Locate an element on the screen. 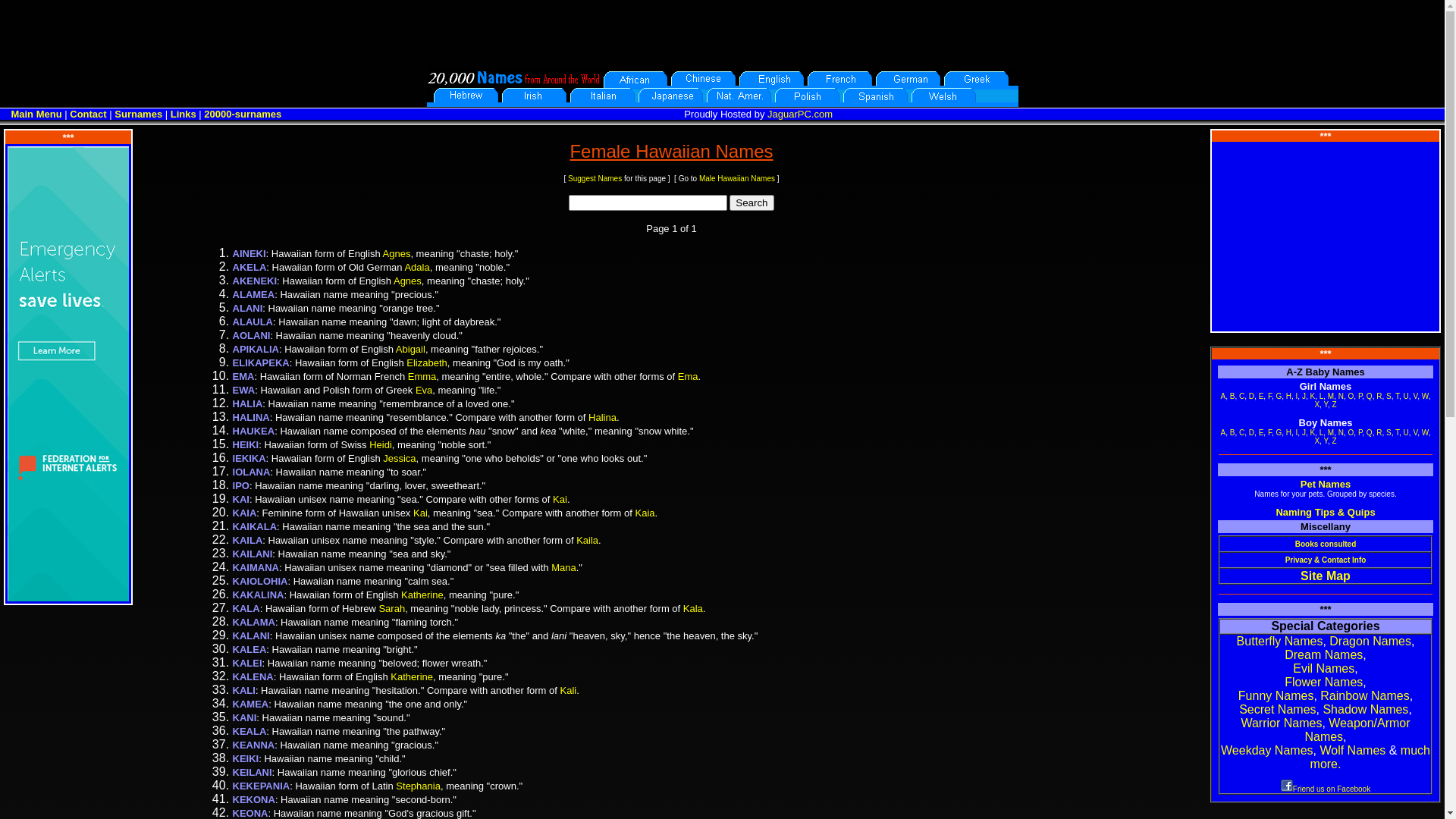 The image size is (1456, 819). 'I' is located at coordinates (1296, 395).